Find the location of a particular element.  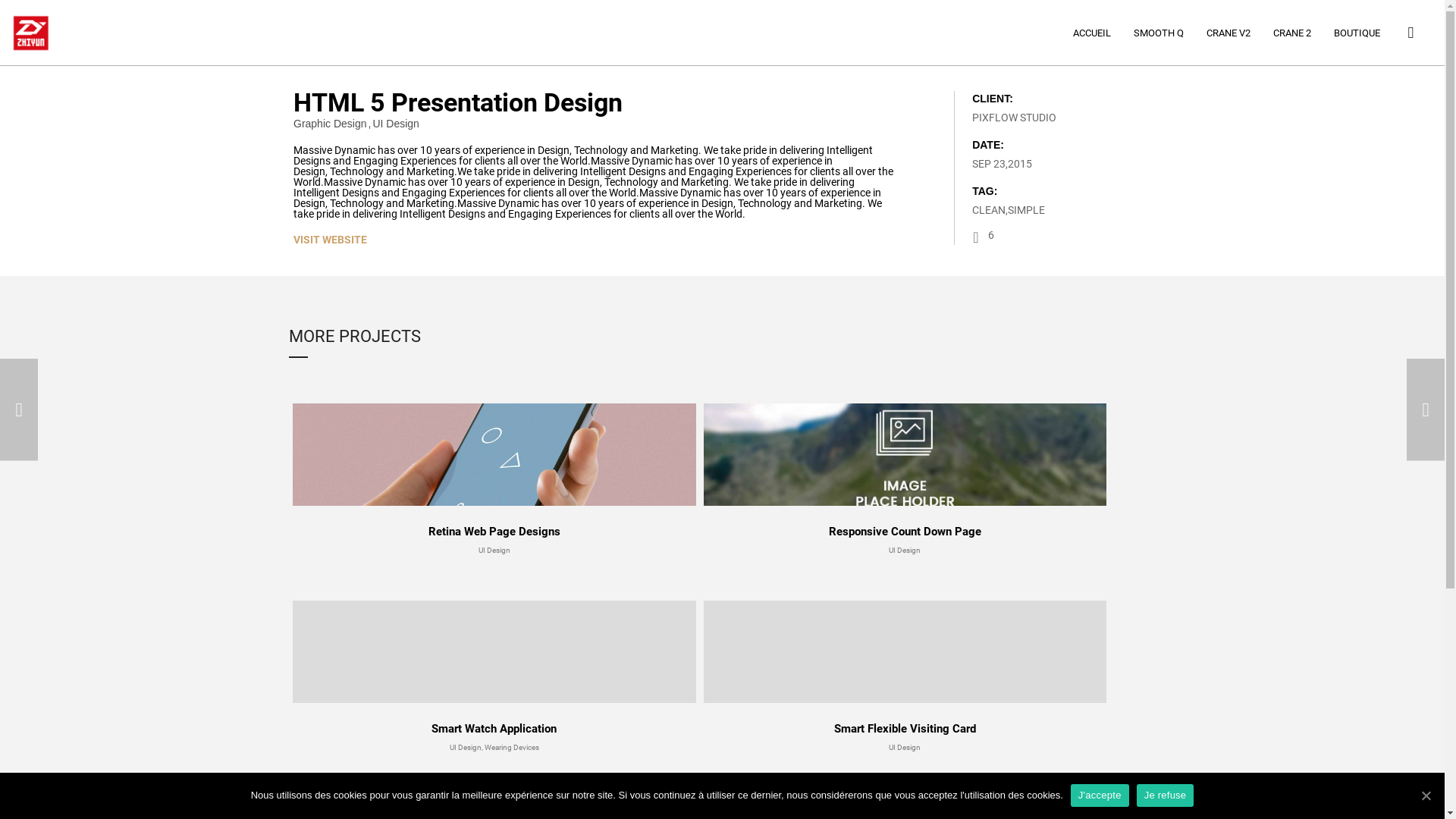

'CRANE V2' is located at coordinates (1228, 33).